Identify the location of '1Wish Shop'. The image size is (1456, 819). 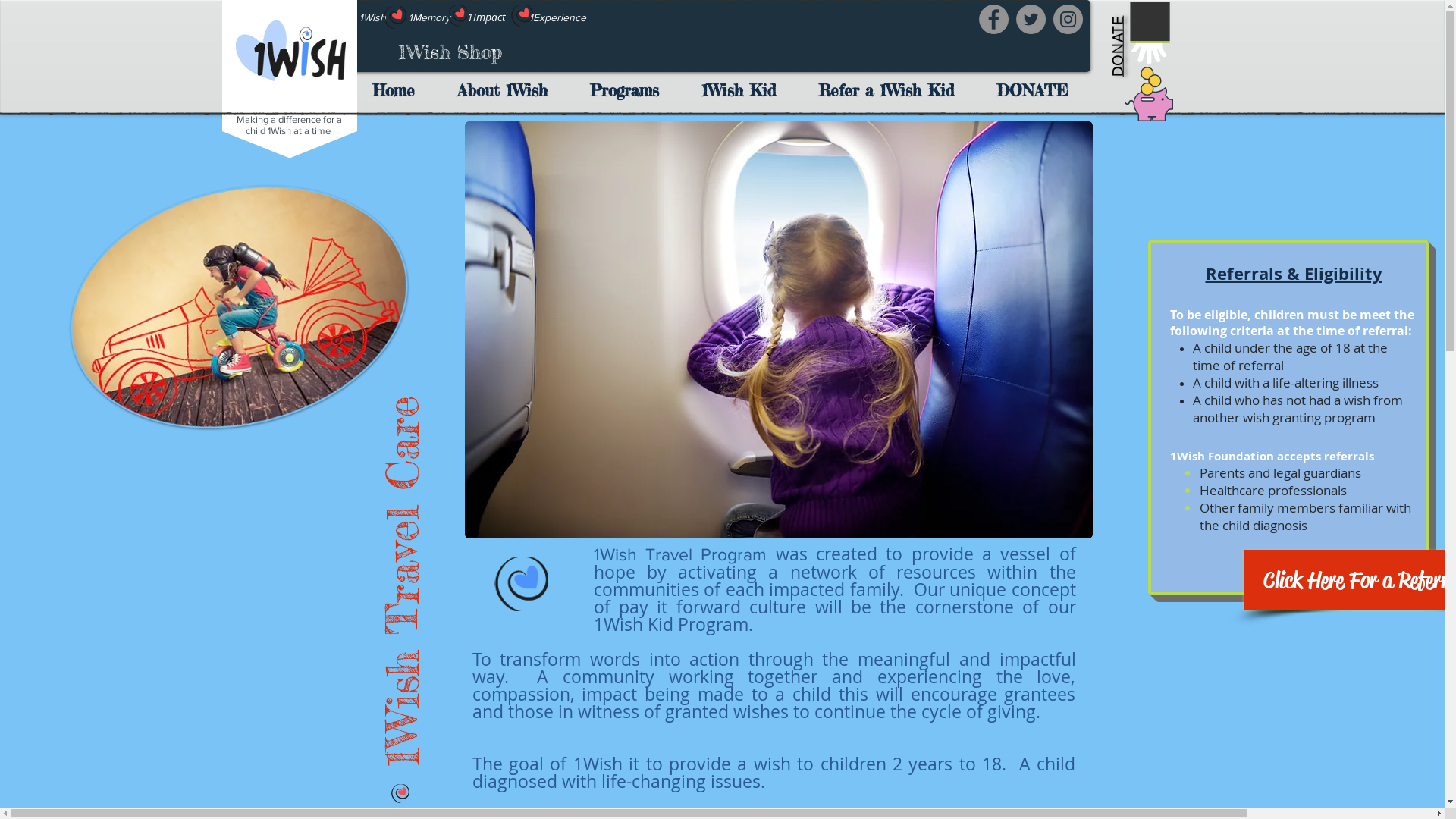
(449, 52).